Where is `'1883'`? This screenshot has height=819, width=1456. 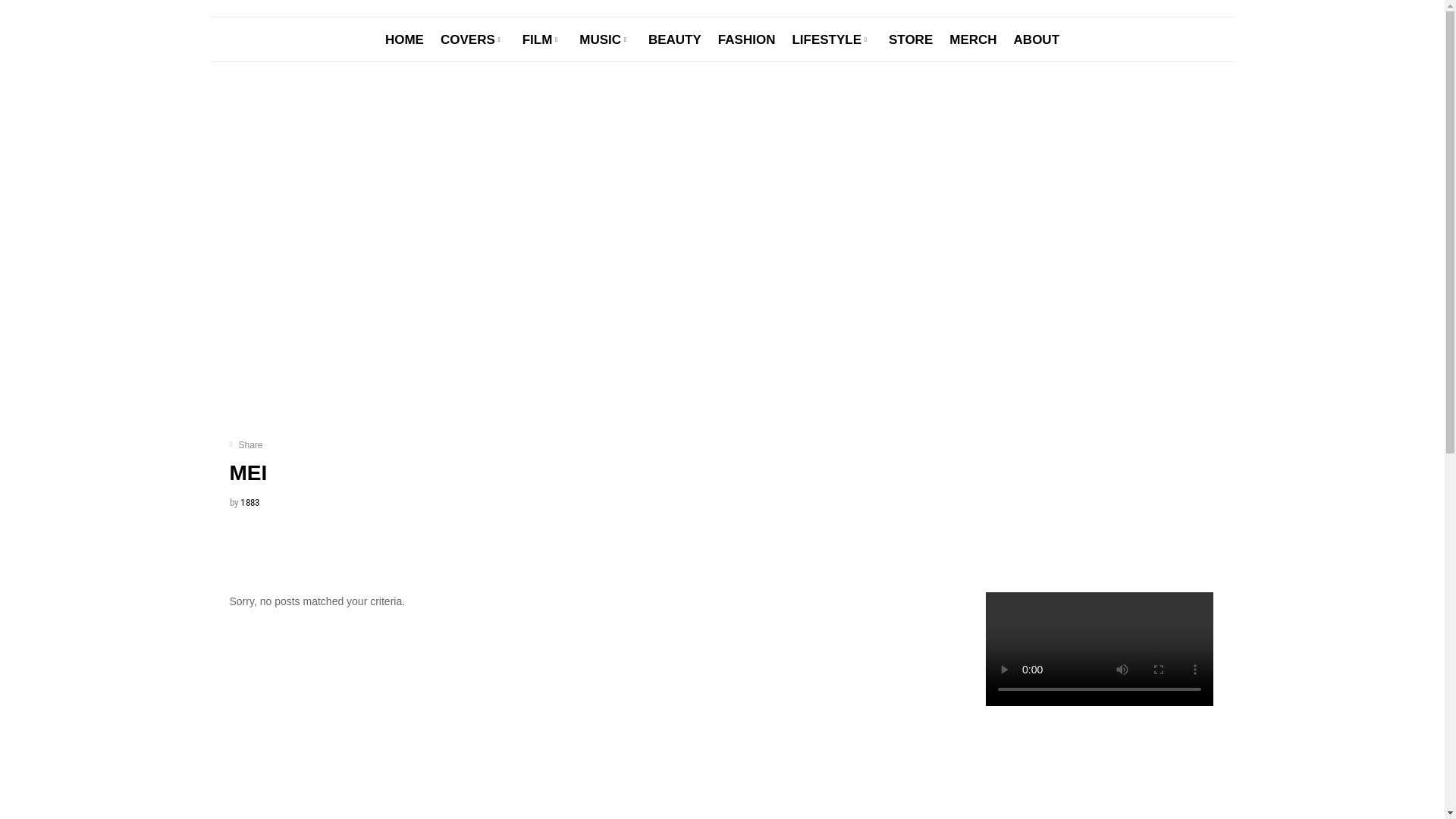 '1883' is located at coordinates (249, 502).